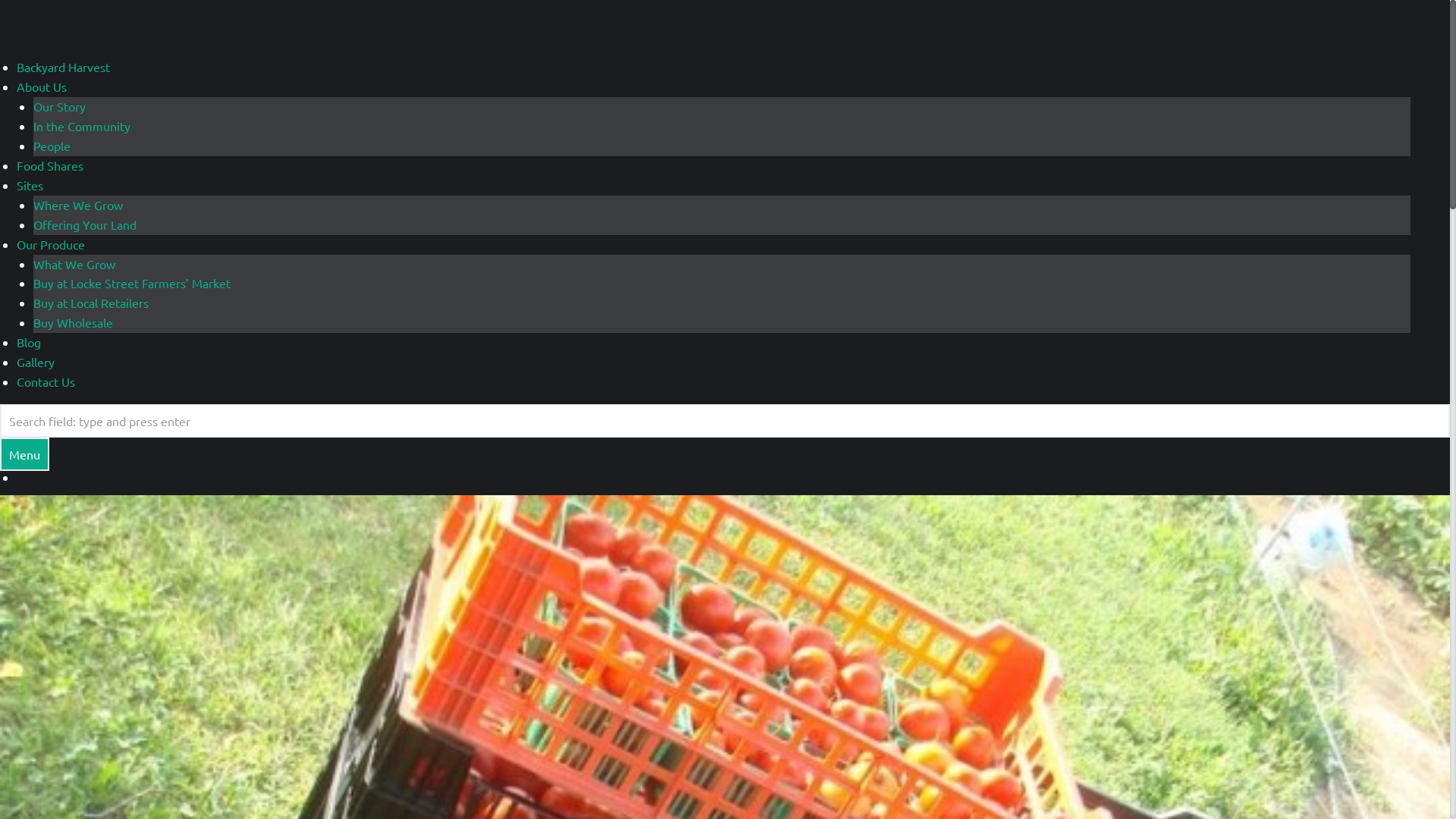 The image size is (1456, 819). I want to click on 'Menu', so click(24, 453).